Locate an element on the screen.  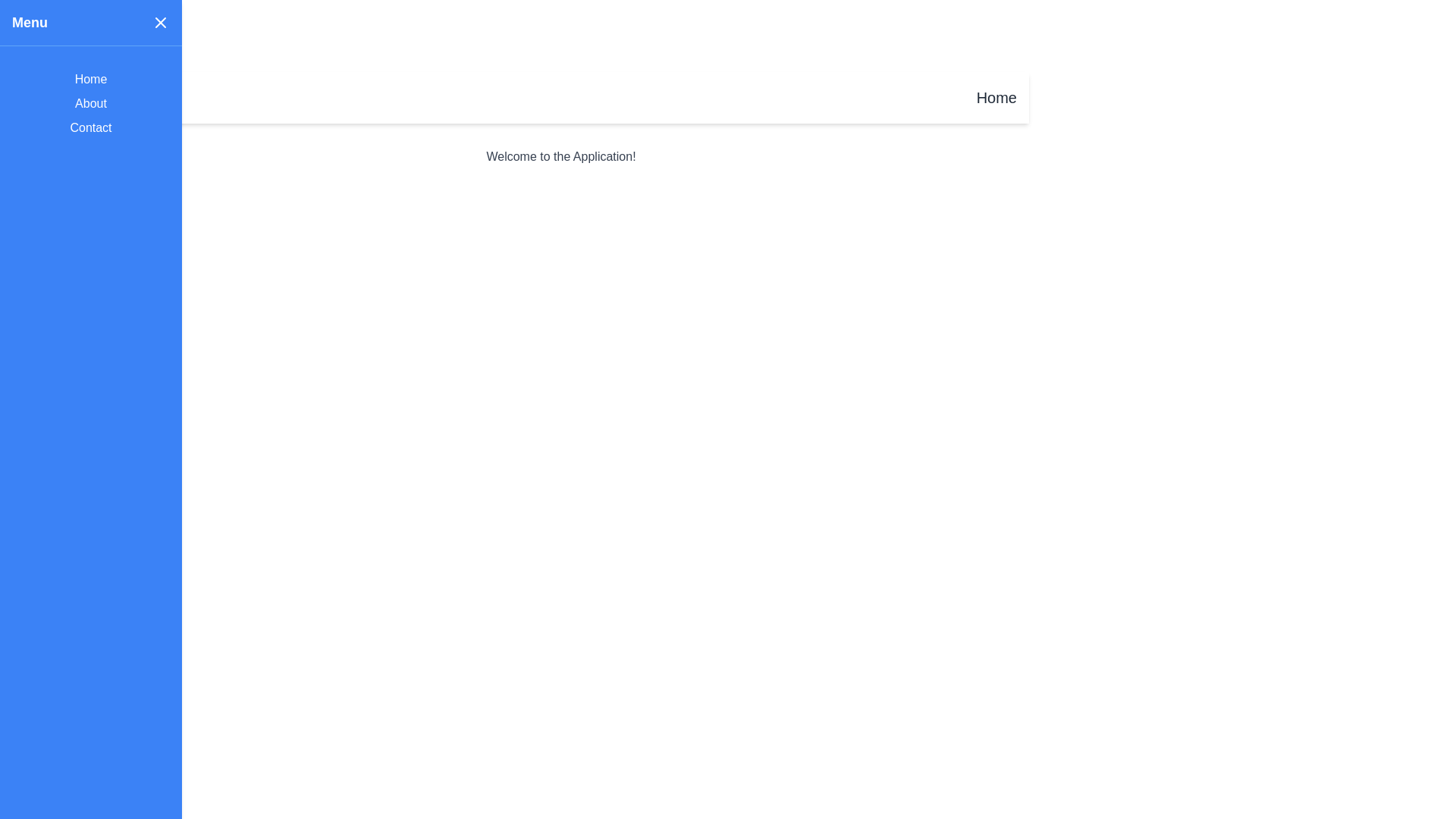
the 'About' hyperlink, which is styled with white text on a blue background and is the second item in the vertical navigation menu is located at coordinates (90, 103).